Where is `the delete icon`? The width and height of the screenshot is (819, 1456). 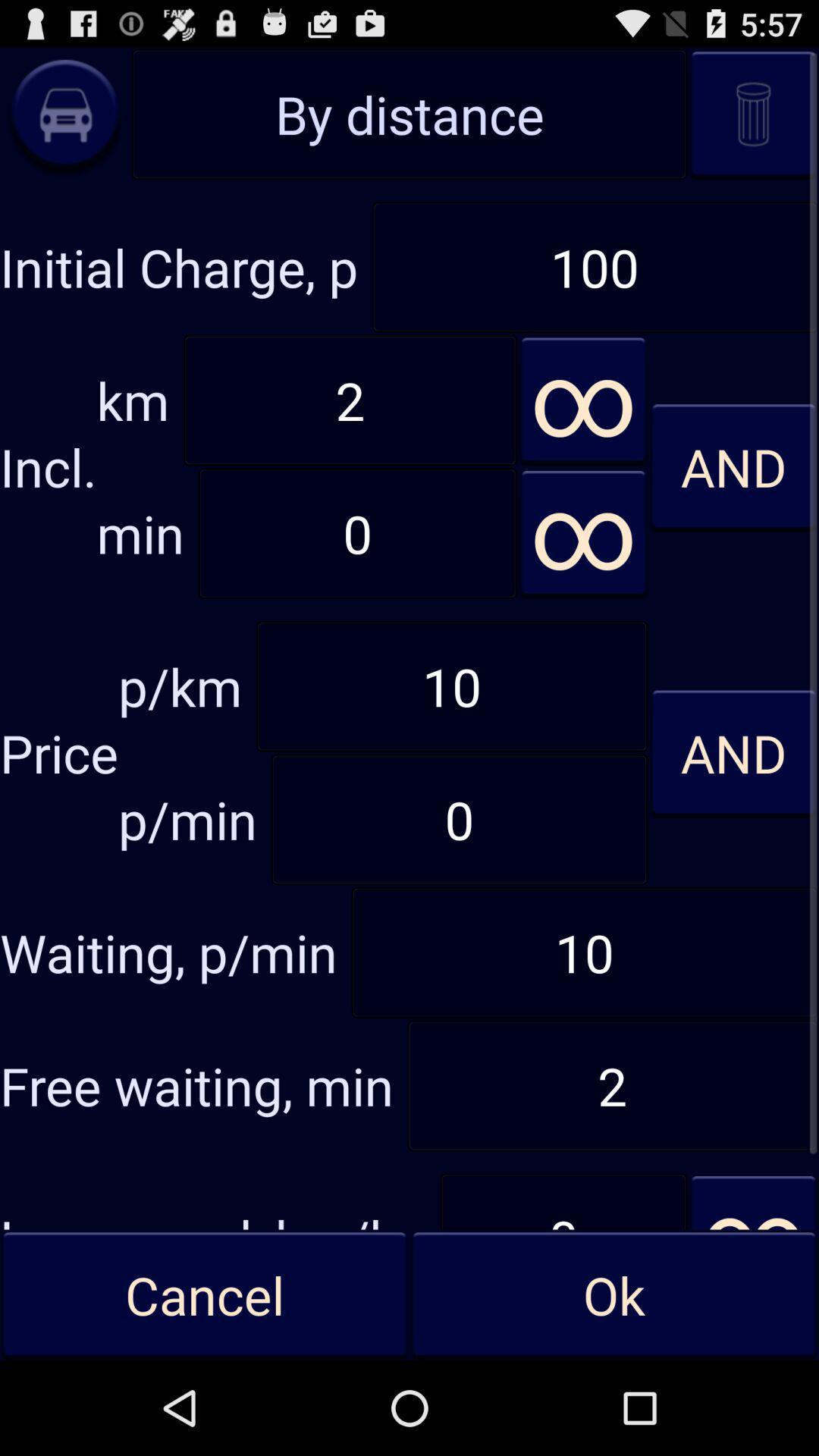
the delete icon is located at coordinates (753, 122).